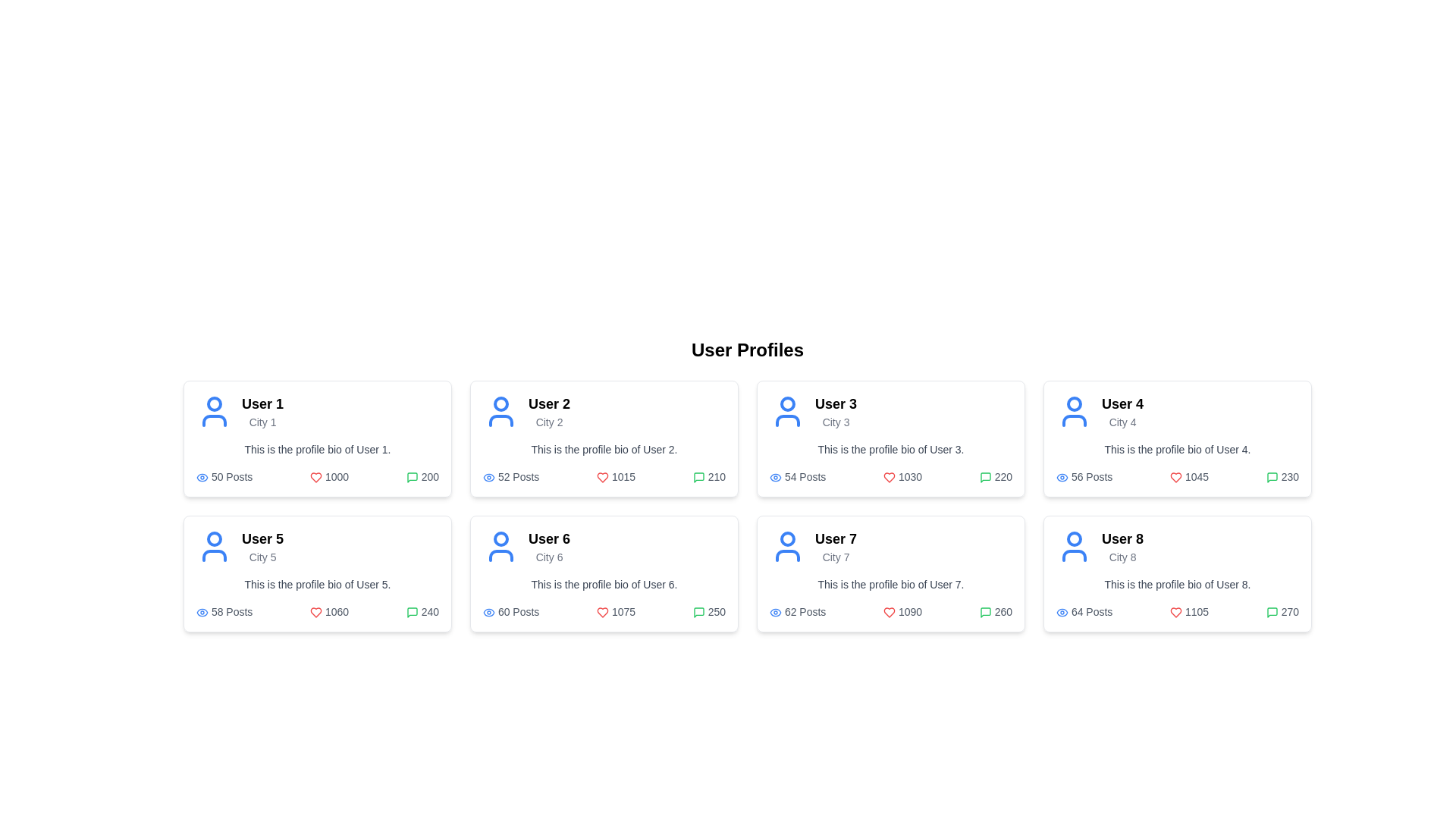 The image size is (1456, 819). What do you see at coordinates (787, 403) in the screenshot?
I see `the small circular shape that represents the head of the user profile icon for 'User 3' in the grid layout` at bounding box center [787, 403].